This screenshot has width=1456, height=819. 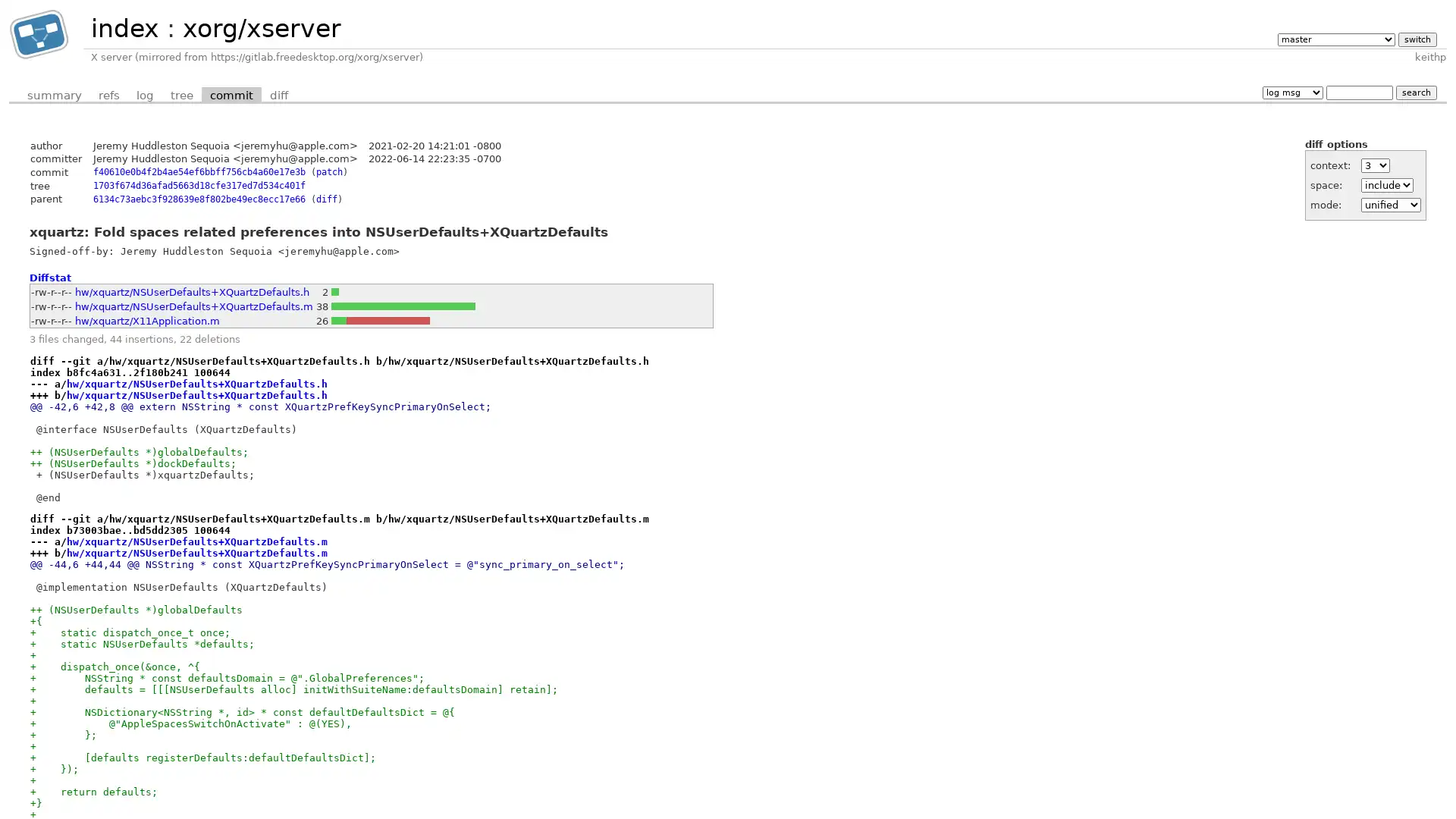 What do you see at coordinates (1415, 92) in the screenshot?
I see `search` at bounding box center [1415, 92].